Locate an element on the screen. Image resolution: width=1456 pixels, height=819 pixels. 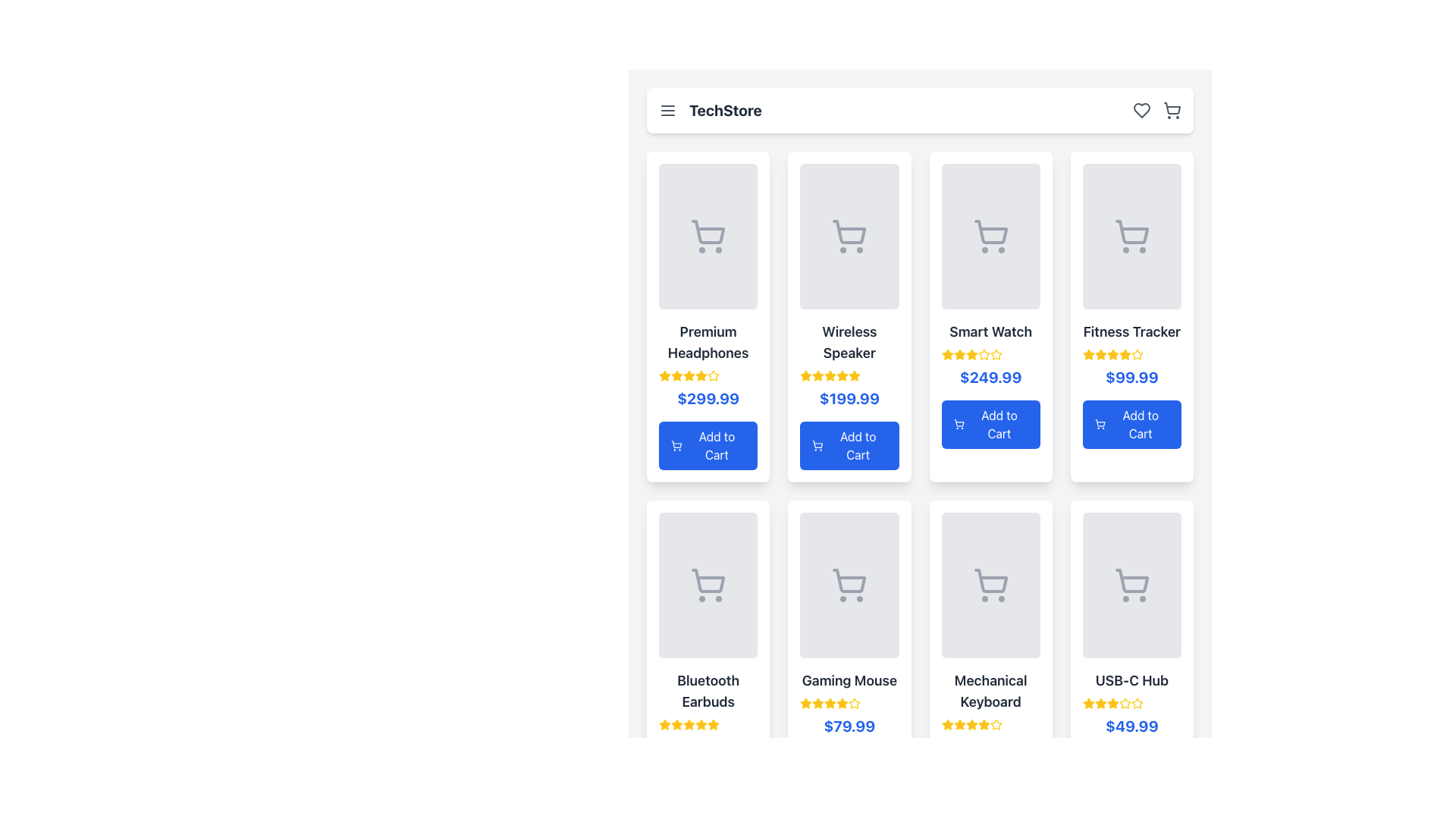
the shopping cart icon located at the rightmost side of the header bar to change its color is located at coordinates (1171, 110).